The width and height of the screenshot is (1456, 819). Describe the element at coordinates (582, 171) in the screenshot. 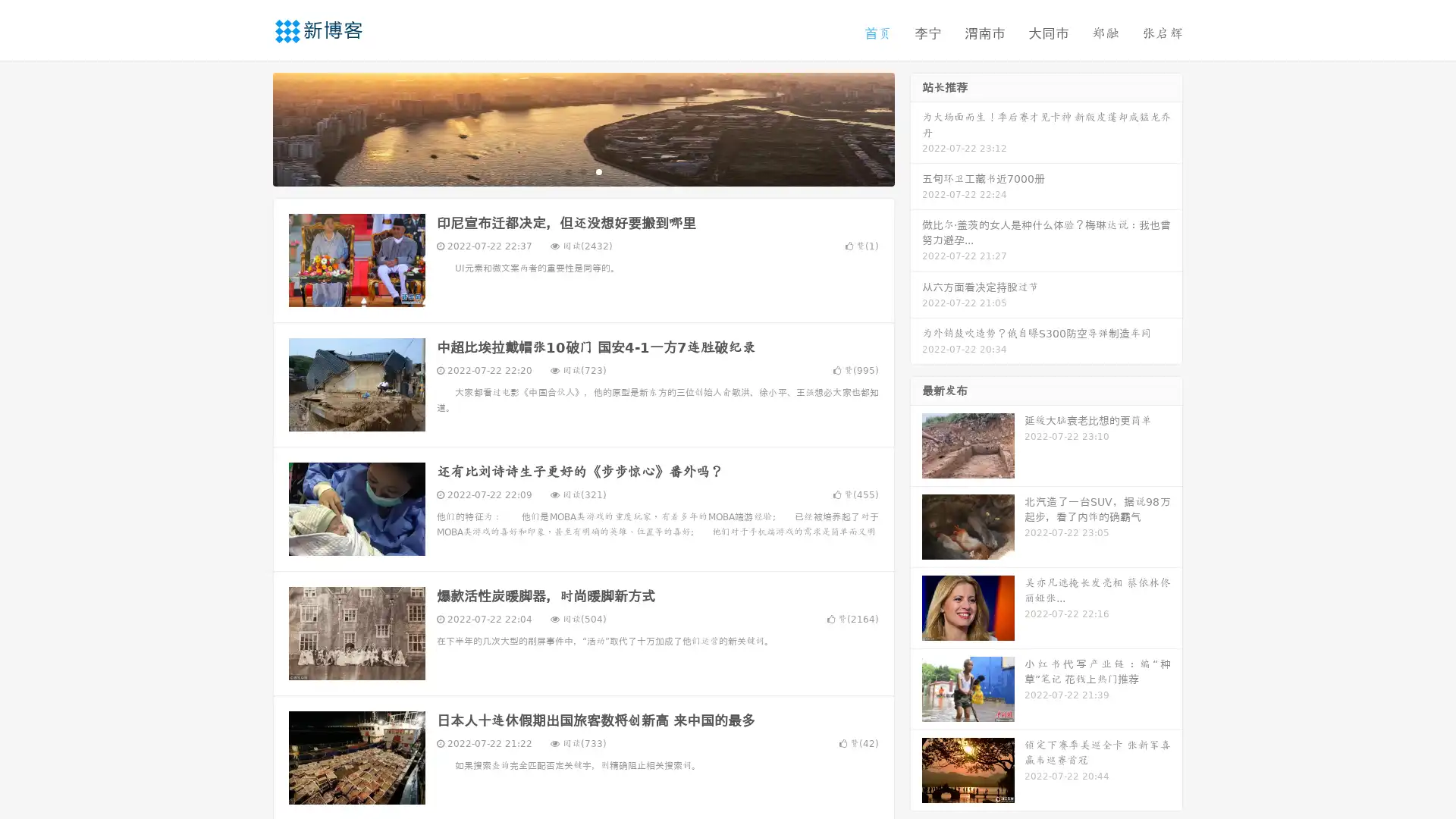

I see `Go to slide 2` at that location.